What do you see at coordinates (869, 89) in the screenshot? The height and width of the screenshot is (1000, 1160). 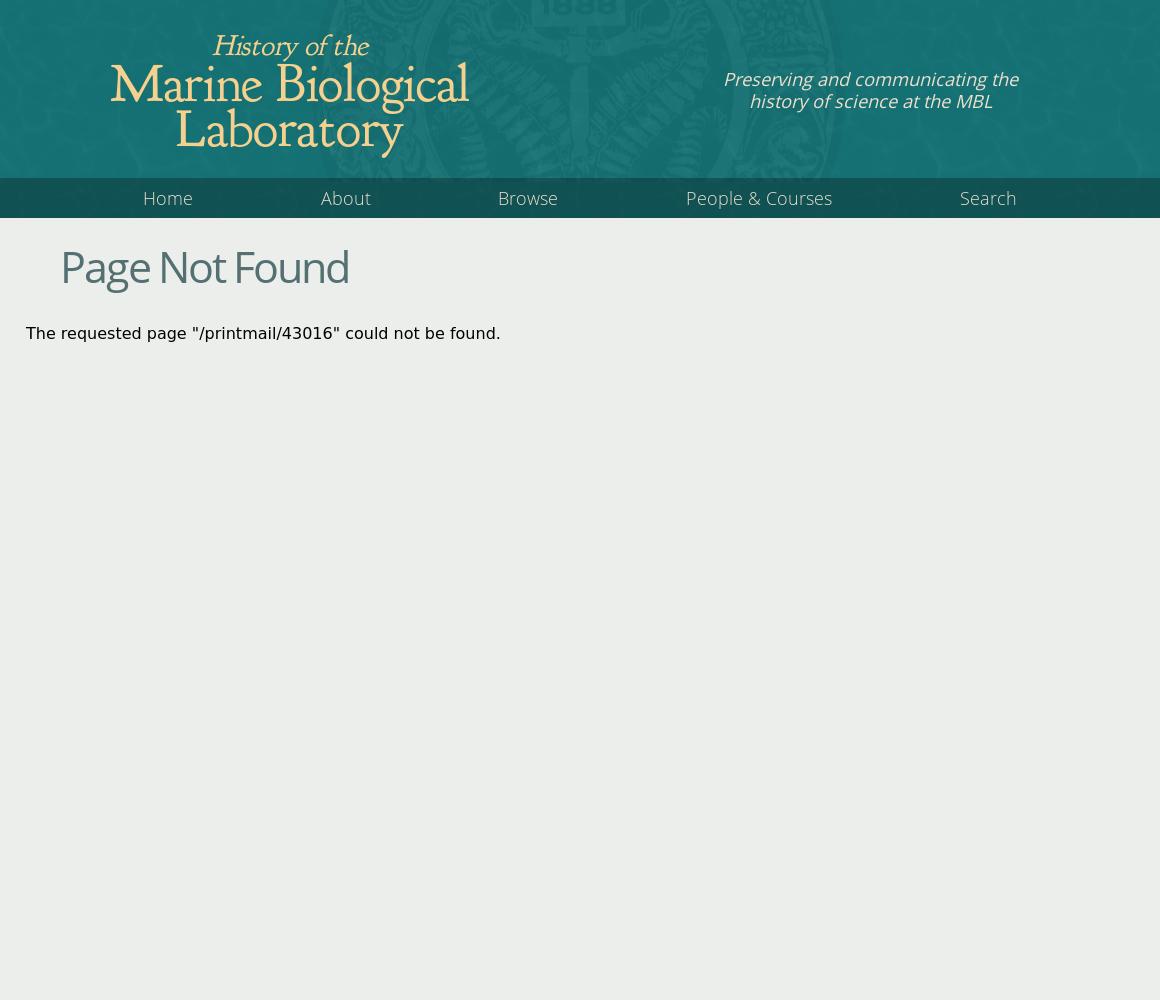 I see `'Preserving and communicating the history of science at the MBL'` at bounding box center [869, 89].